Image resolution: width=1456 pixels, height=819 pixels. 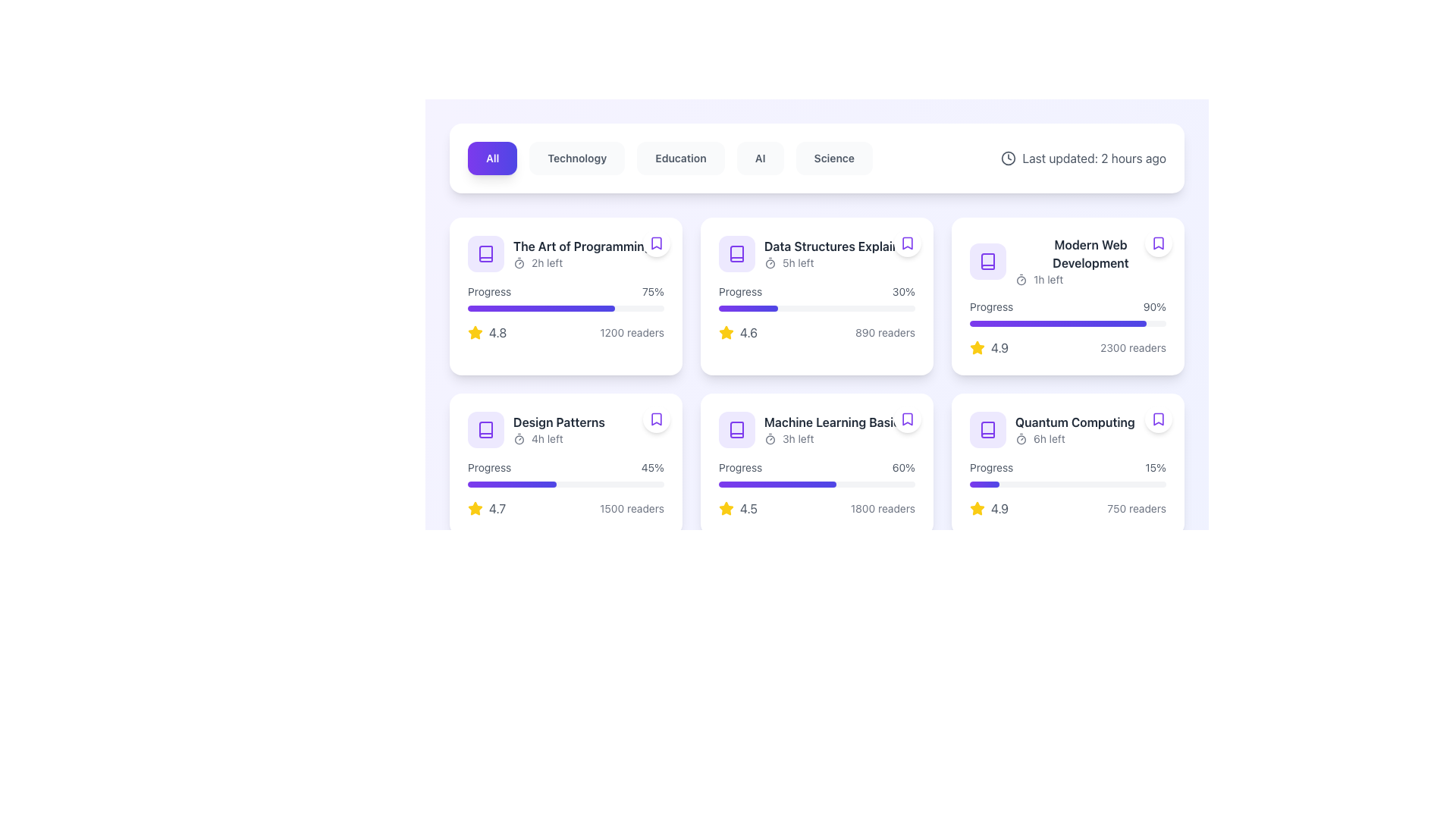 What do you see at coordinates (558, 430) in the screenshot?
I see `the interactive components near the 'Design Patterns' text label, which includes a bold title in dark gray and a lighter gray text stating '4h left' with a clock icon` at bounding box center [558, 430].